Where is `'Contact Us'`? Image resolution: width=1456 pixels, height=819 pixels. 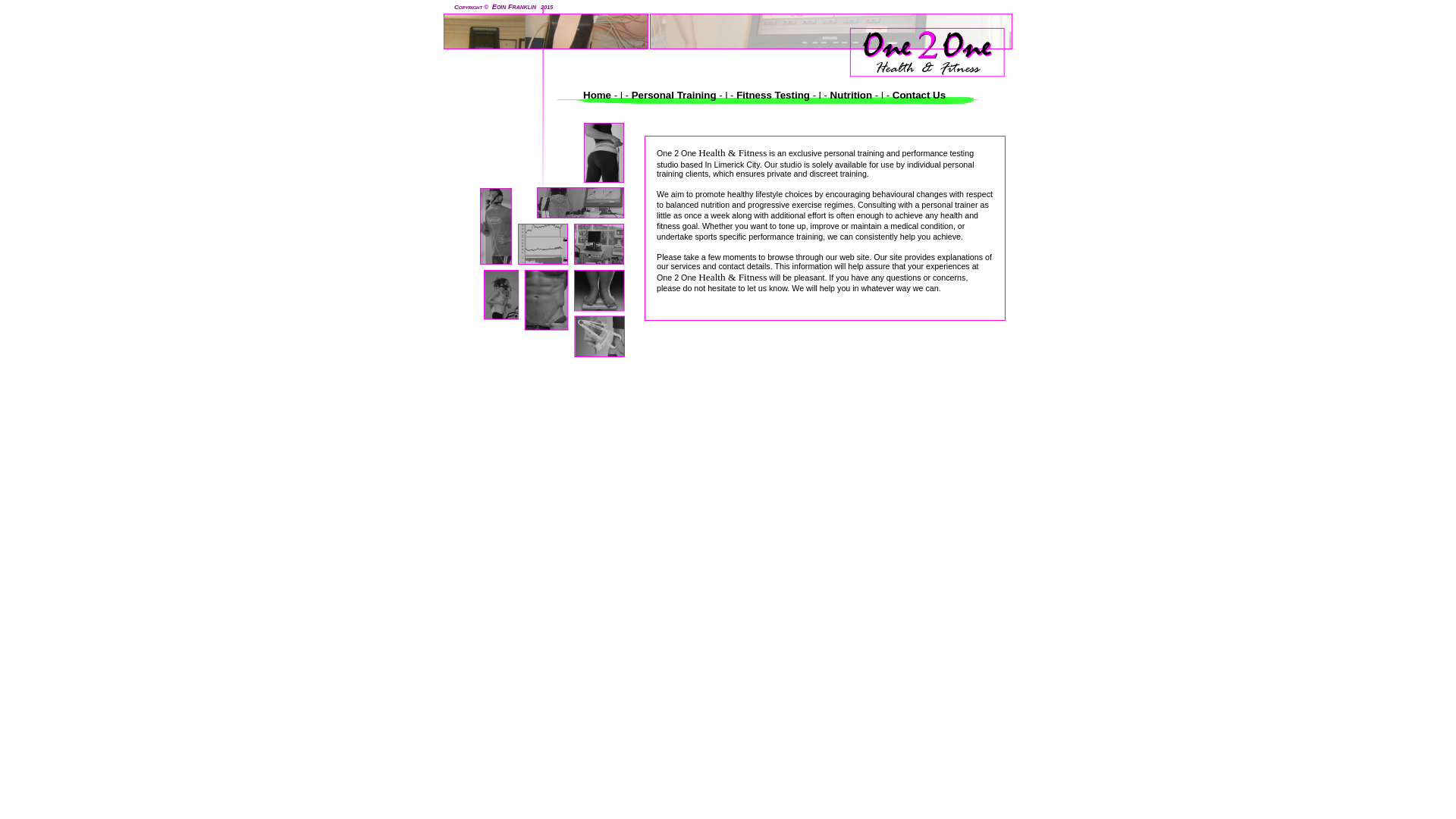 'Contact Us' is located at coordinates (916, 95).